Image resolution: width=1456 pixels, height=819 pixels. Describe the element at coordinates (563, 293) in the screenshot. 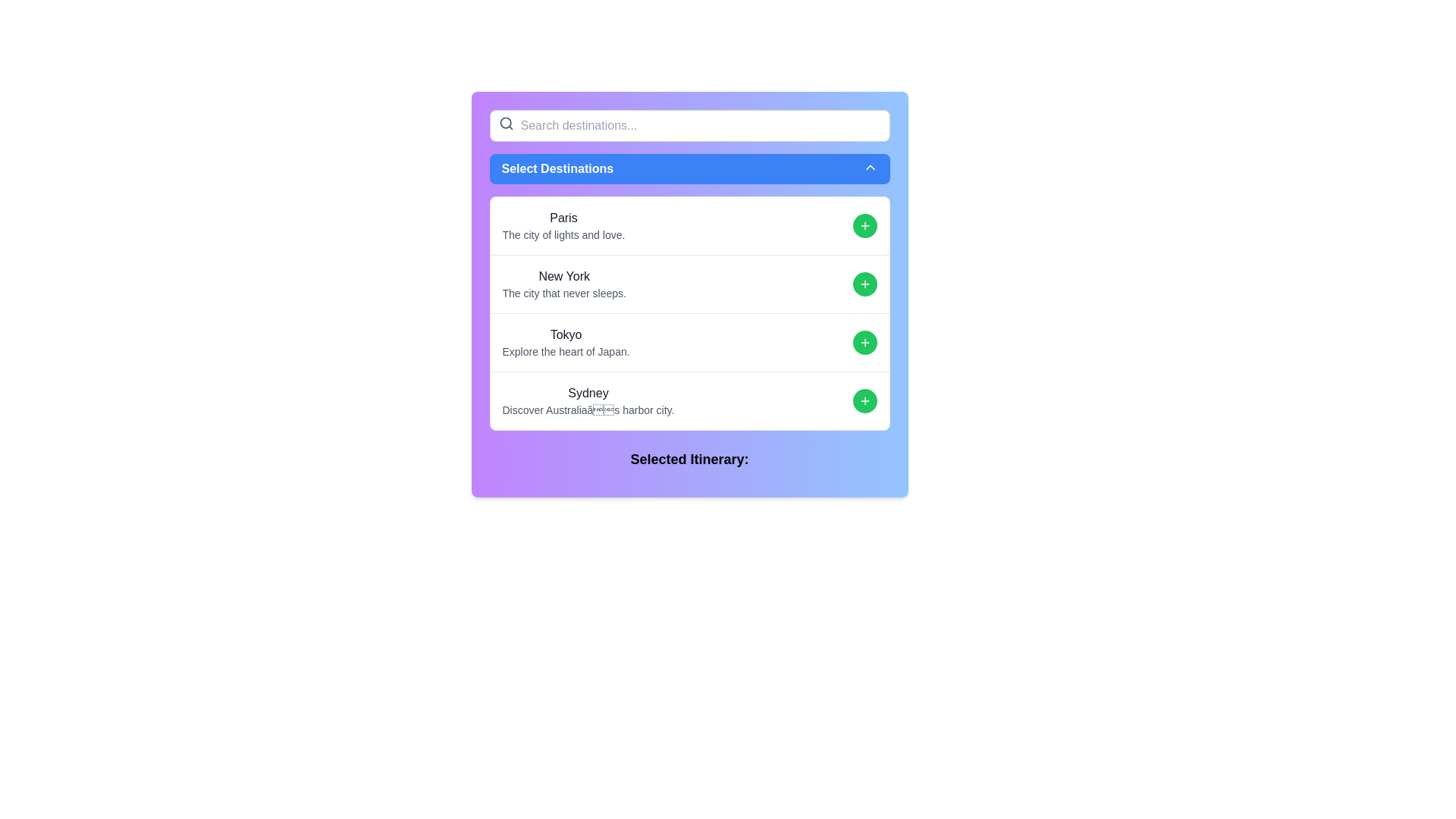

I see `the descriptive text element that serves as a subtitle for 'New York', located directly below it` at that location.